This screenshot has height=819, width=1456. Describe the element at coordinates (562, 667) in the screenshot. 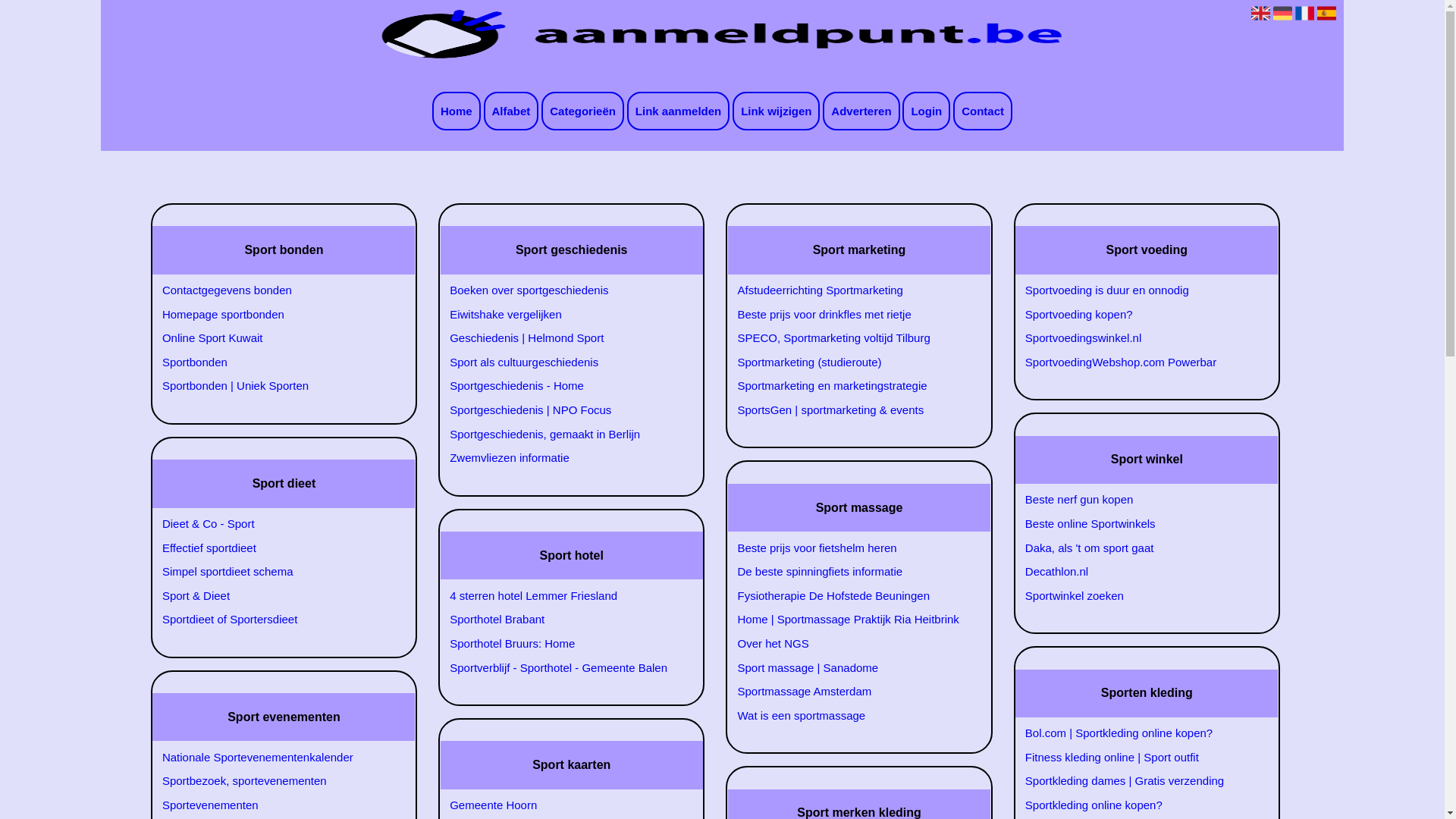

I see `'Sportverblijf - Sporthotel - Gemeente Balen'` at that location.